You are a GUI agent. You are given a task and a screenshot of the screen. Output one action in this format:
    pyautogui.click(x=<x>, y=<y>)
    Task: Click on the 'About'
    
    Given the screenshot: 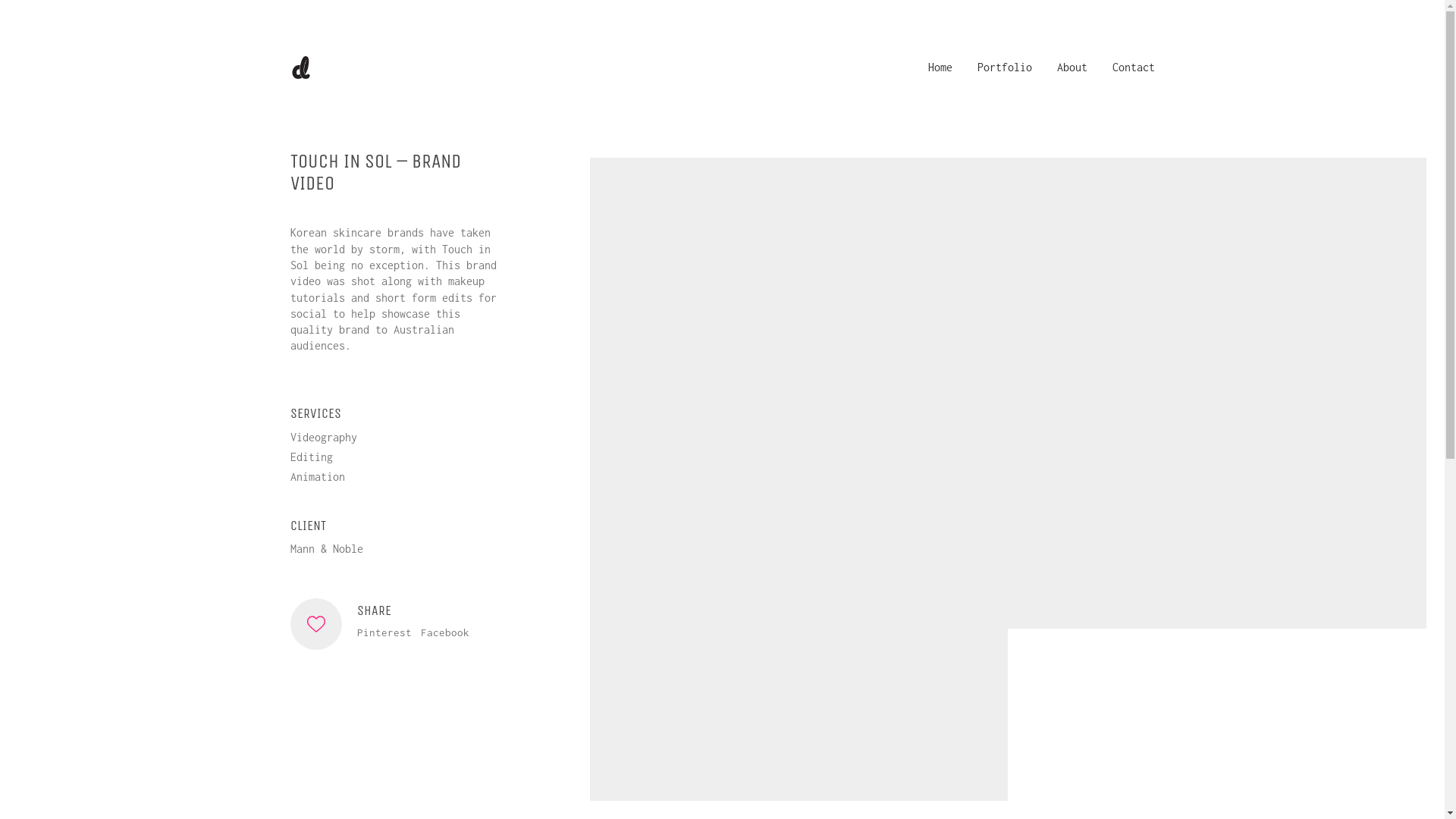 What is the action you would take?
    pyautogui.click(x=1072, y=66)
    